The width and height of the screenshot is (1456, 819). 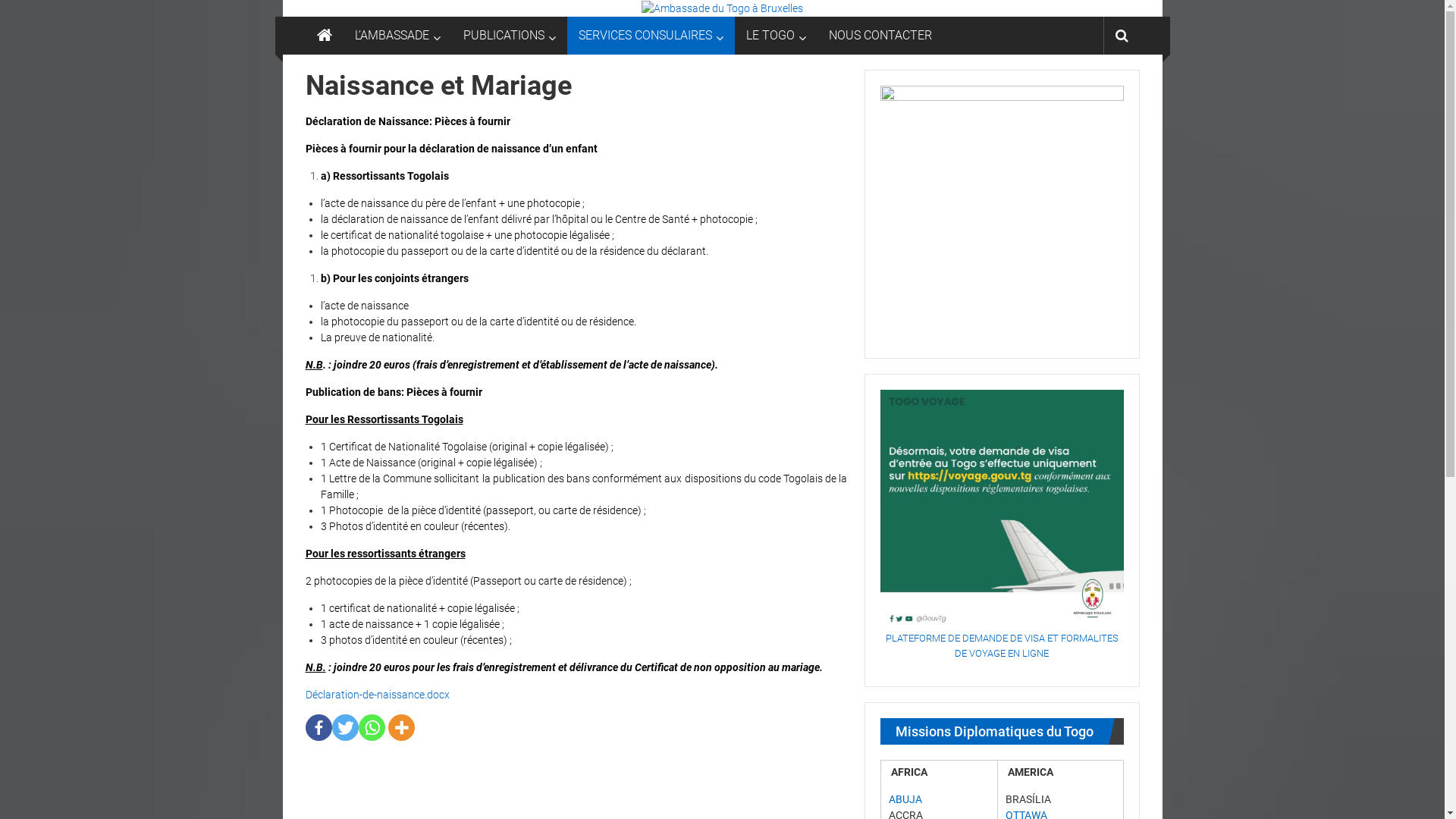 I want to click on 'Facebook', so click(x=317, y=726).